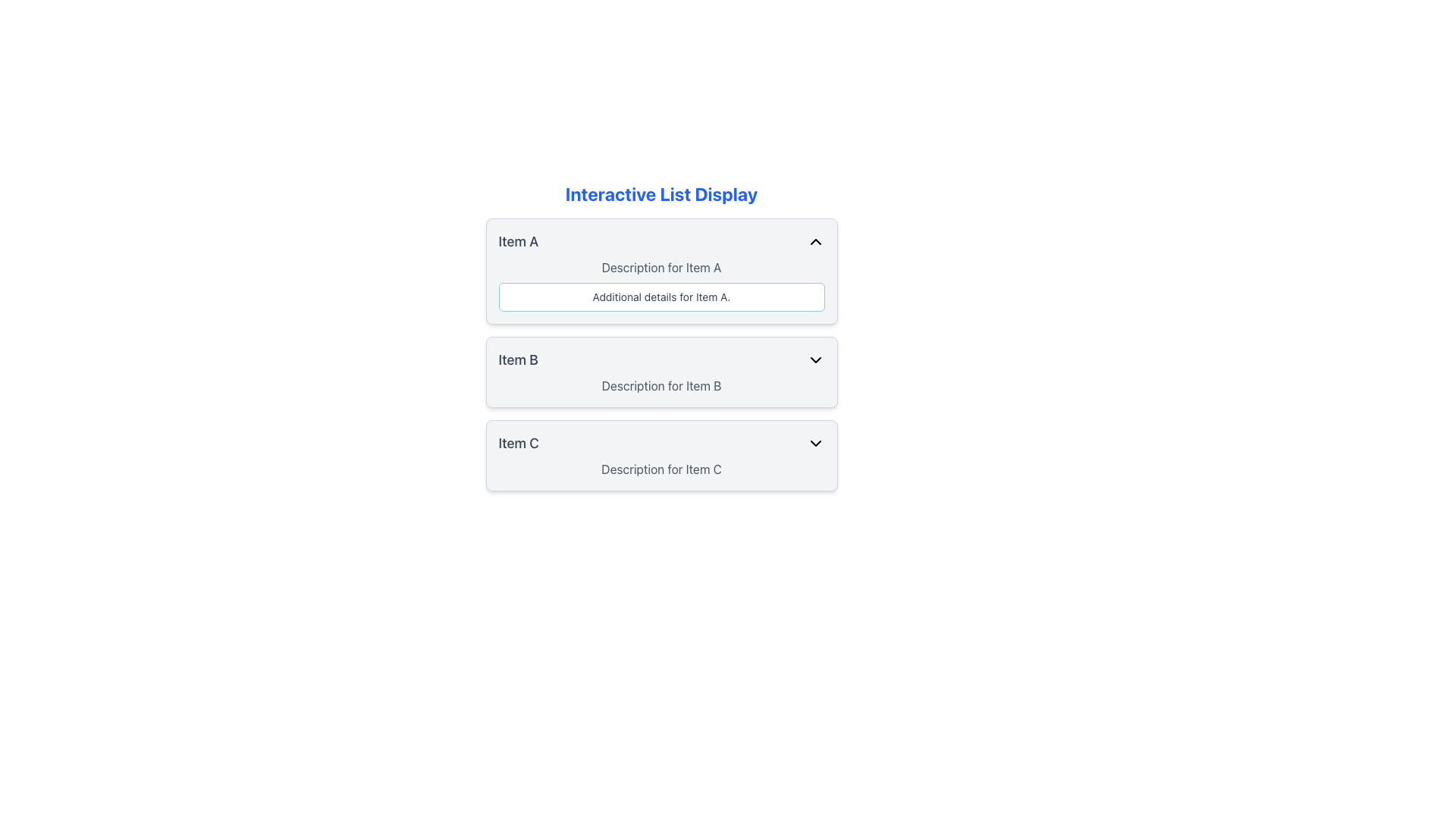  What do you see at coordinates (814, 359) in the screenshot?
I see `the downward-pointing chevron icon adjacent to the text 'Item B'` at bounding box center [814, 359].